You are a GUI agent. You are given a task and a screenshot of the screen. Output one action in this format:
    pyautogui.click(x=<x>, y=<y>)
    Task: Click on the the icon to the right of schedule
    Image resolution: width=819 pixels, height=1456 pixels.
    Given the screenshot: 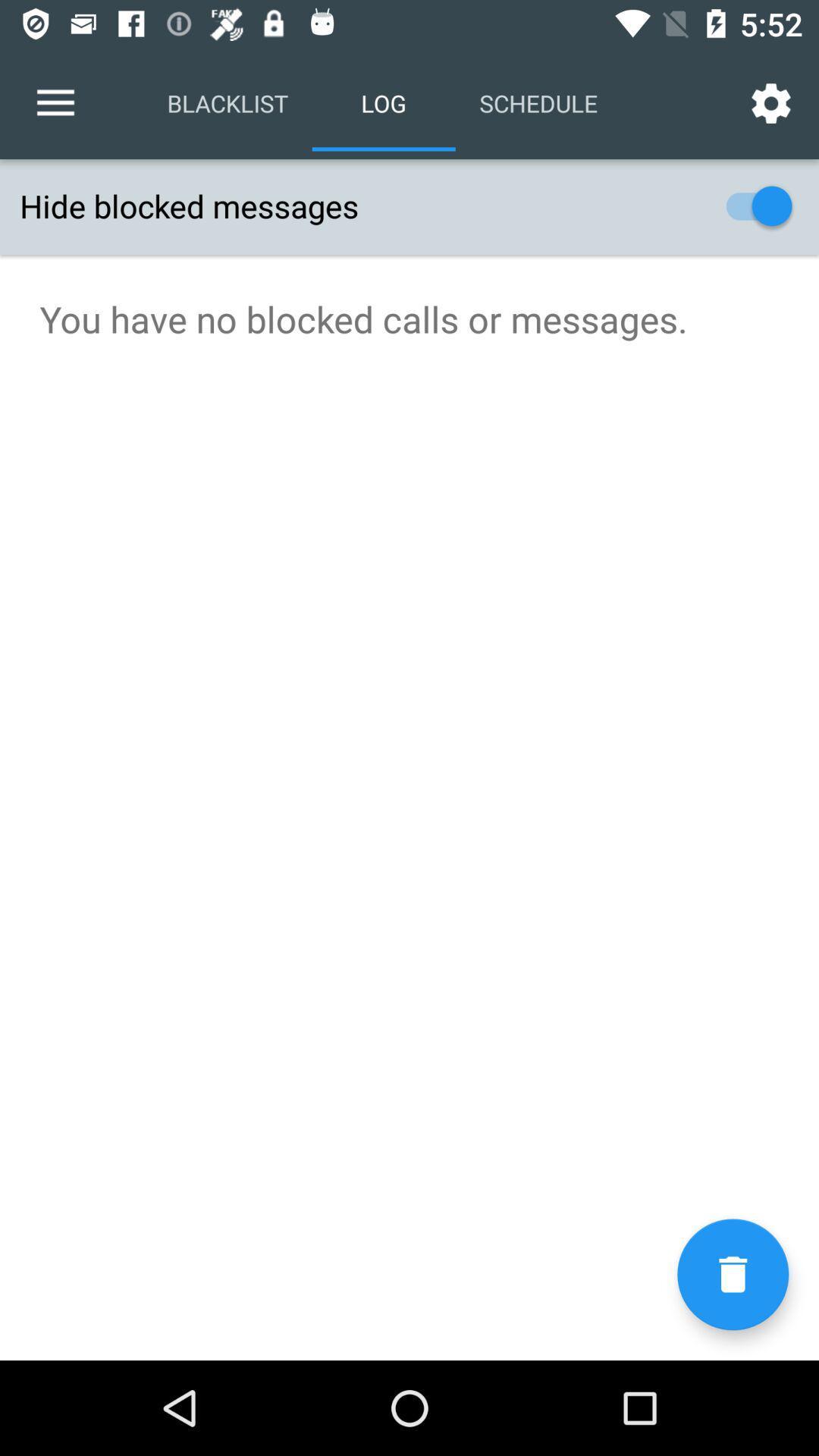 What is the action you would take?
    pyautogui.click(x=771, y=102)
    